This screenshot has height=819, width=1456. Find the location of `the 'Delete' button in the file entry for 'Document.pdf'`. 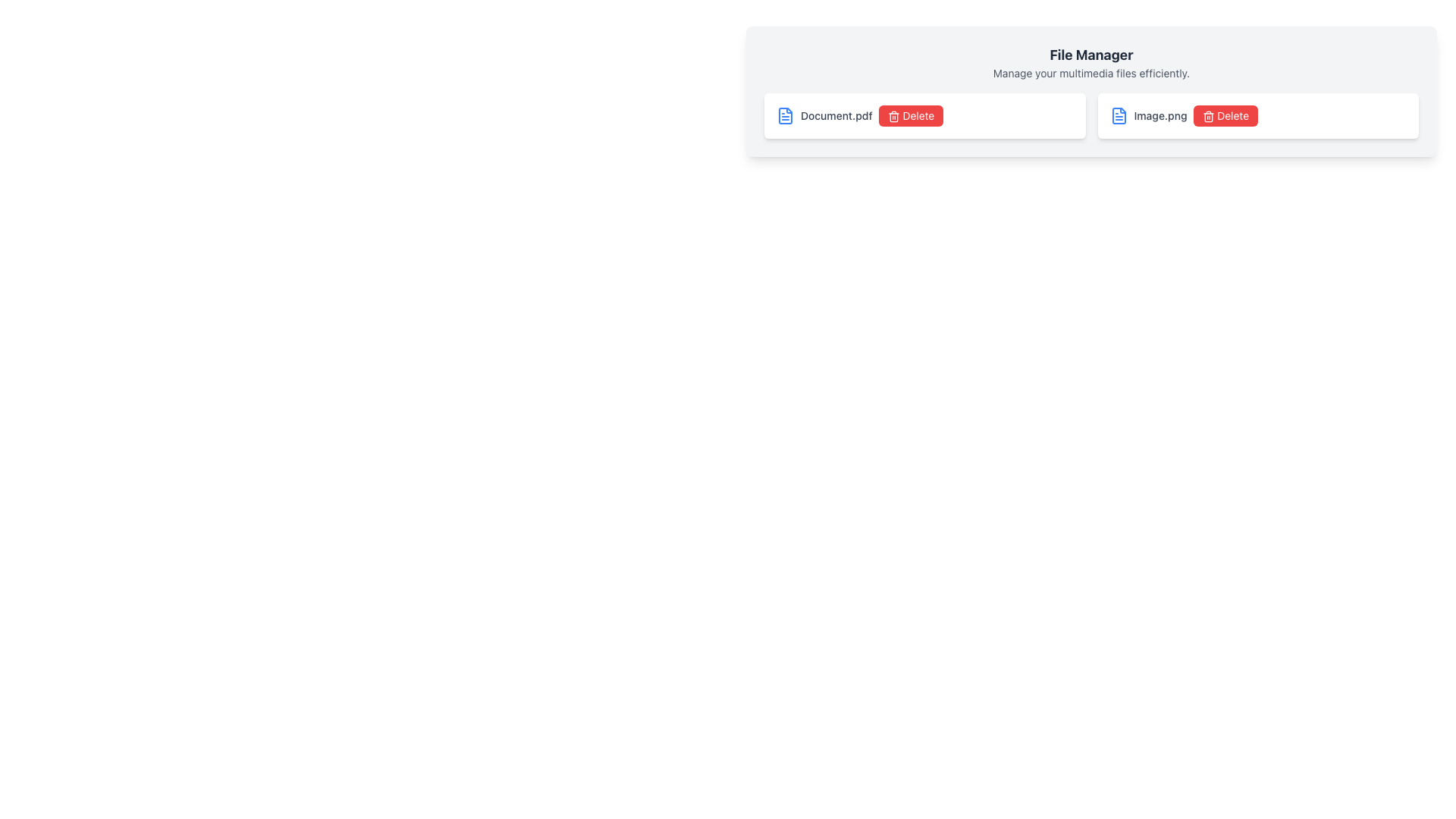

the 'Delete' button in the file entry for 'Document.pdf' is located at coordinates (924, 115).